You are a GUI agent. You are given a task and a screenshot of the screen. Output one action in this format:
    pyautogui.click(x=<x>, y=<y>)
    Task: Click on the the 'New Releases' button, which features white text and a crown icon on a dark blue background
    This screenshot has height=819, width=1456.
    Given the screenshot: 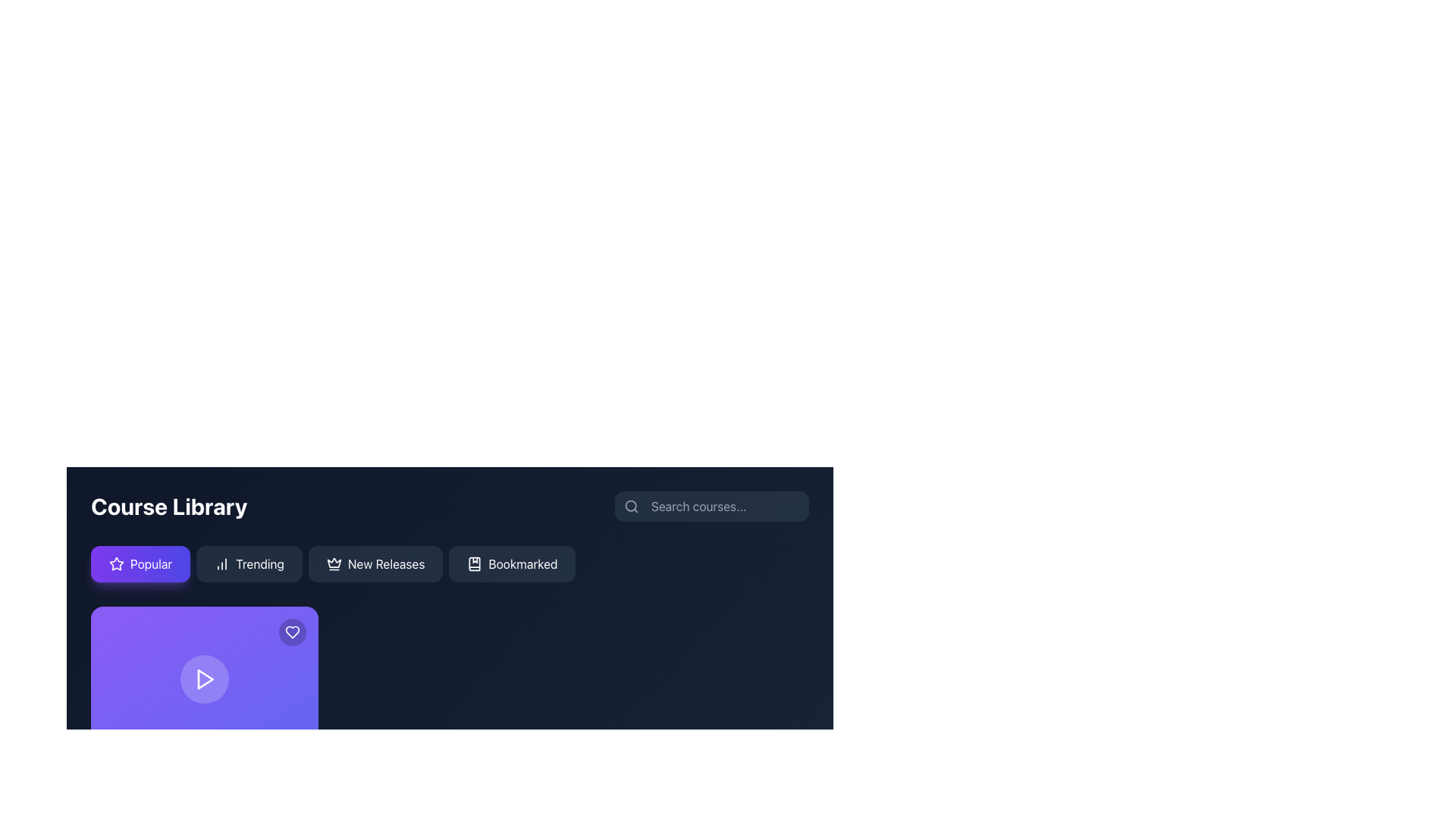 What is the action you would take?
    pyautogui.click(x=375, y=564)
    